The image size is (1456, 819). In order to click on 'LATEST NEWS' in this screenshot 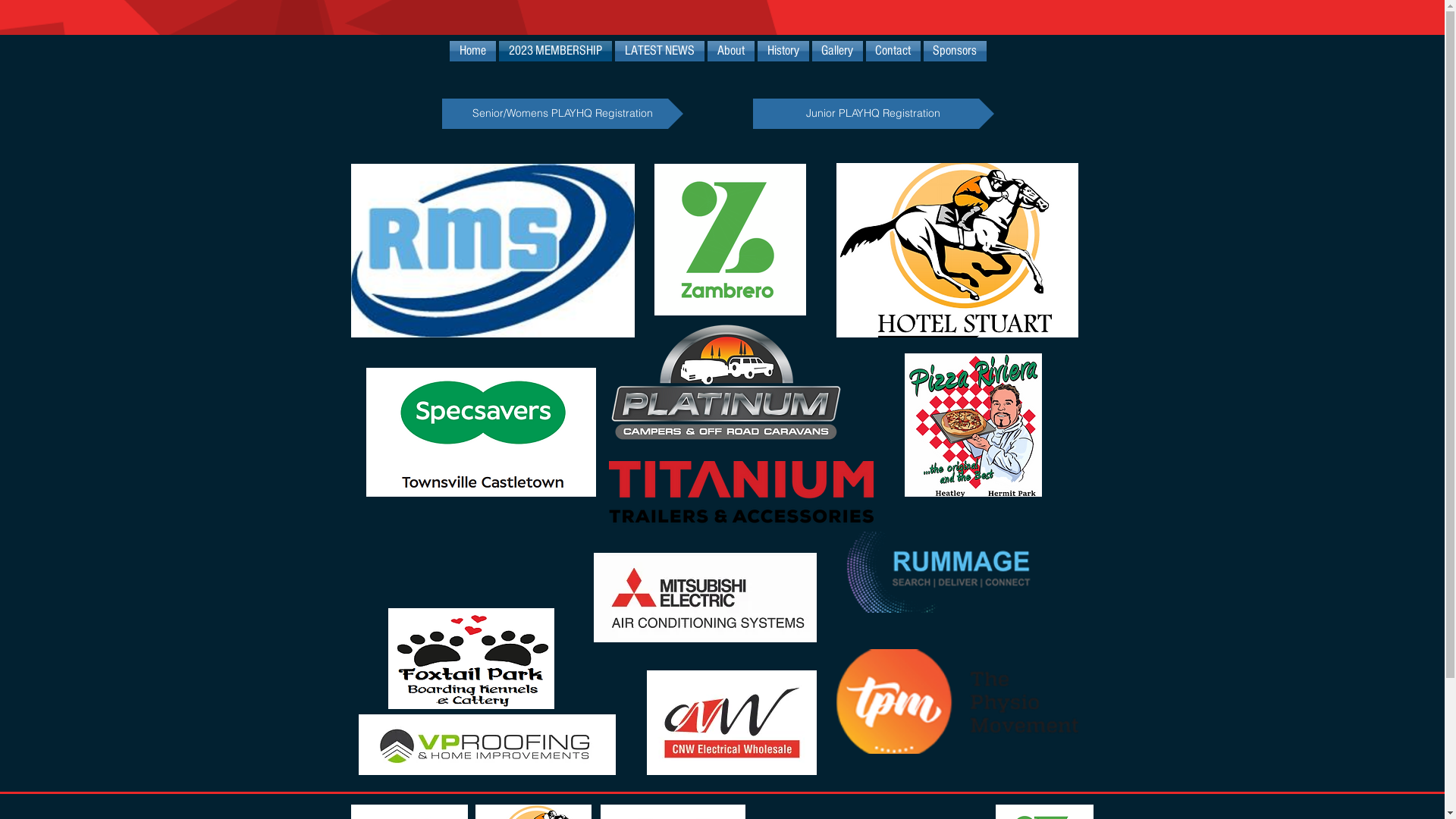, I will do `click(658, 50)`.